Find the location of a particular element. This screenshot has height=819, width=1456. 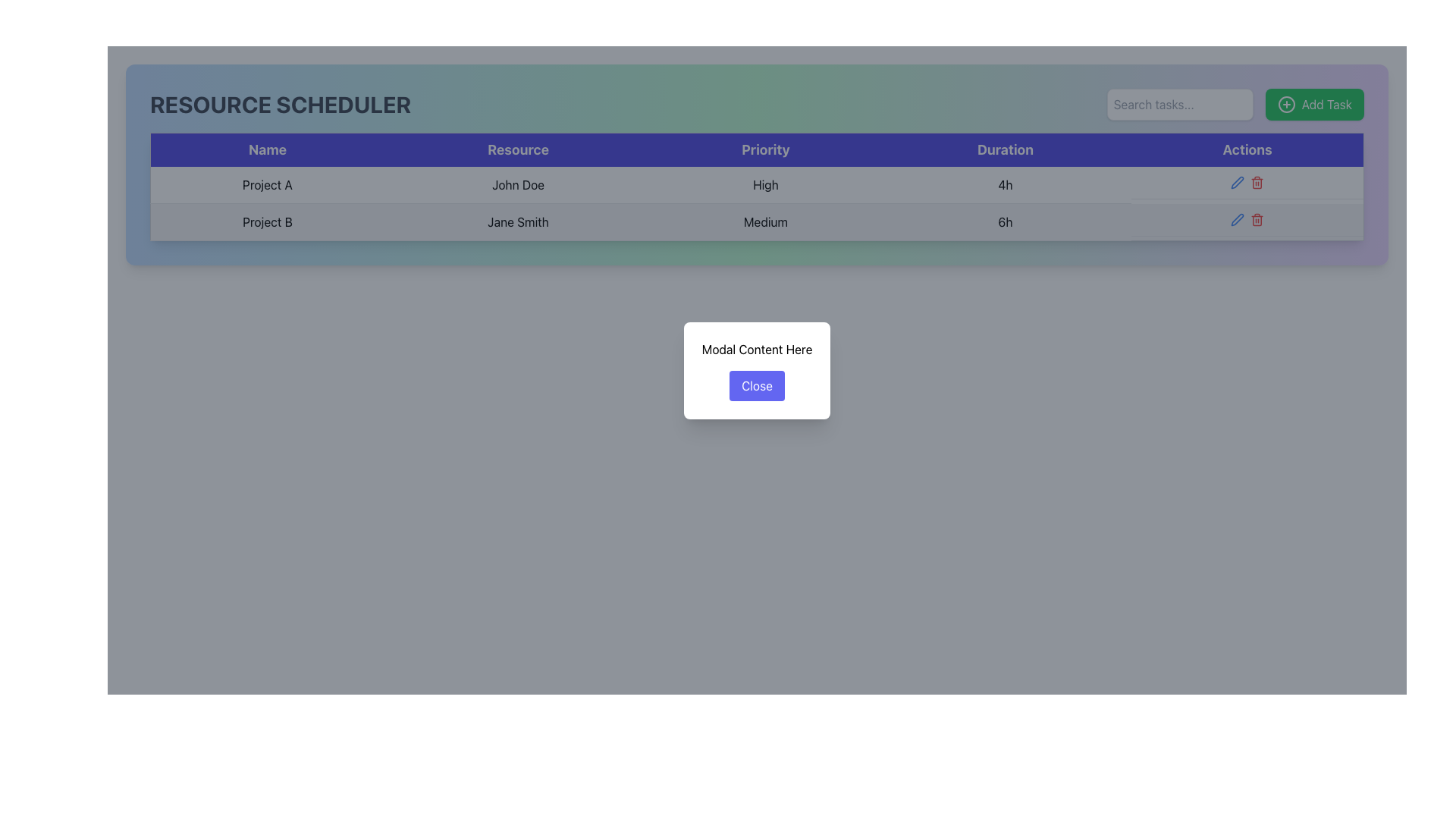

the pen-shaped icon with a thin blue outline in the 'Actions' column of the second row is located at coordinates (1238, 181).